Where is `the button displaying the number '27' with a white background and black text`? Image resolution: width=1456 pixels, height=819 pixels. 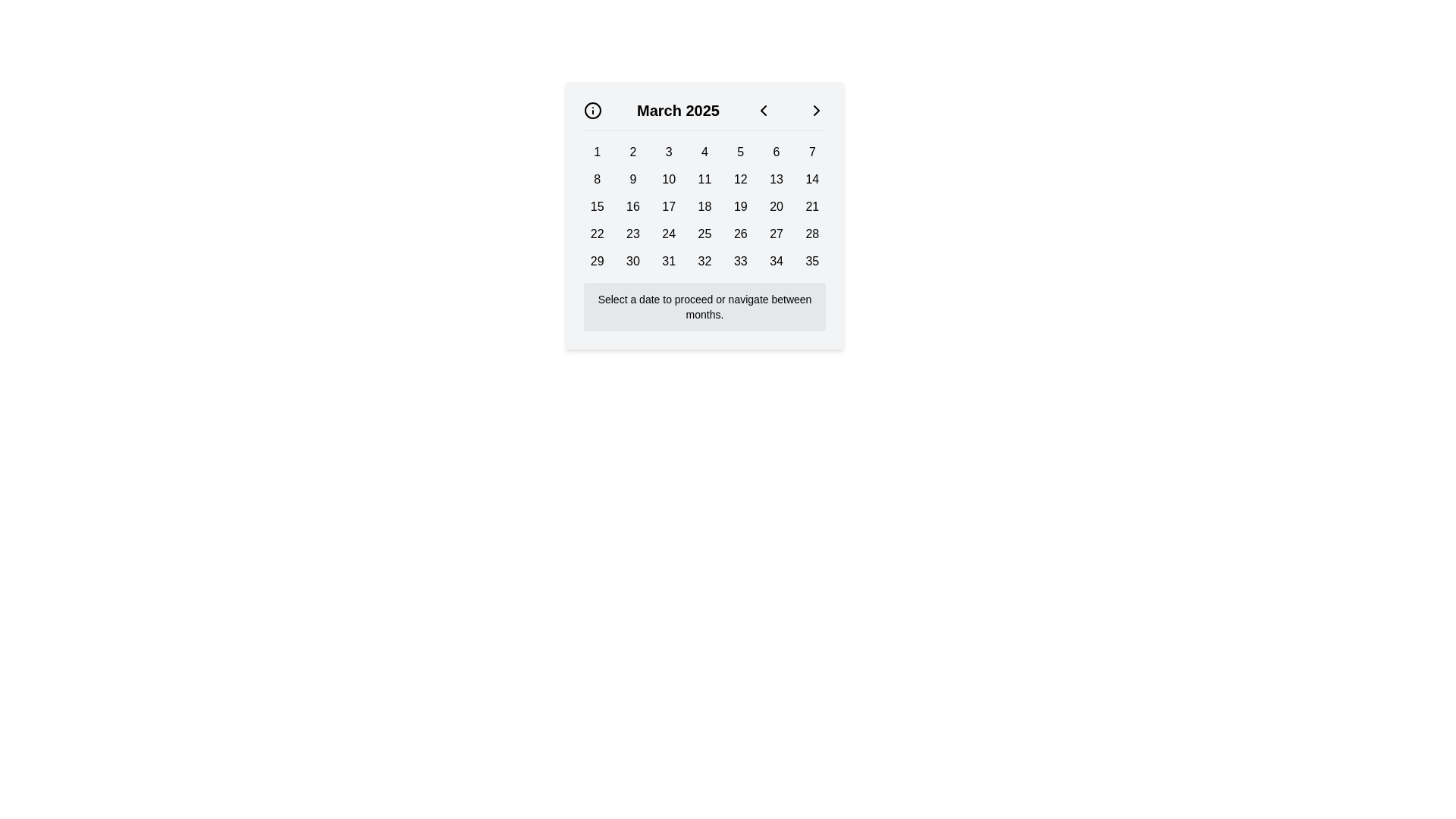
the button displaying the number '27' with a white background and black text is located at coordinates (777, 234).